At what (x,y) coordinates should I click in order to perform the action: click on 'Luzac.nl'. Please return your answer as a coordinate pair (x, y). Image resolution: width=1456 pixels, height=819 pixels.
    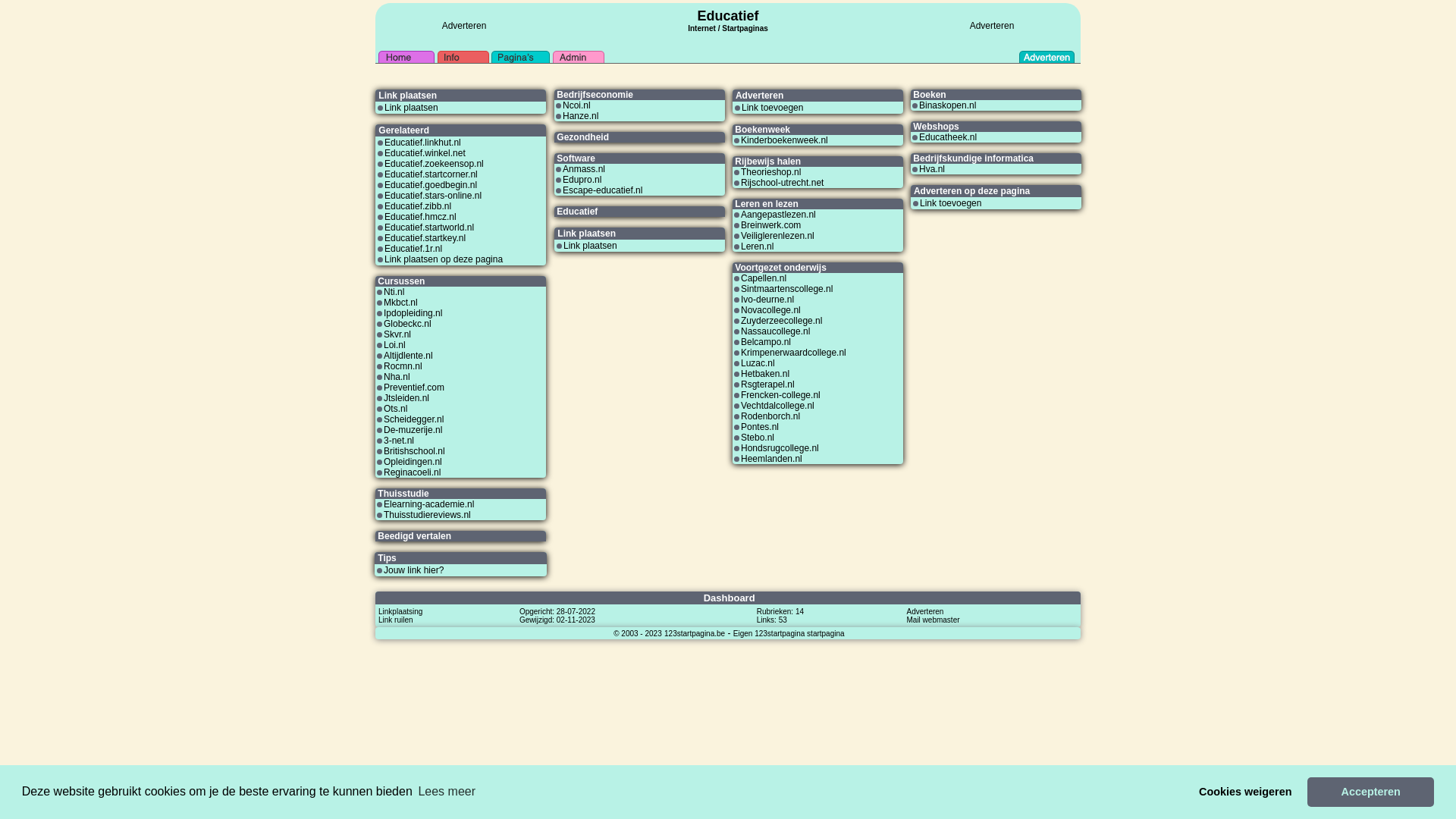
    Looking at the image, I should click on (758, 362).